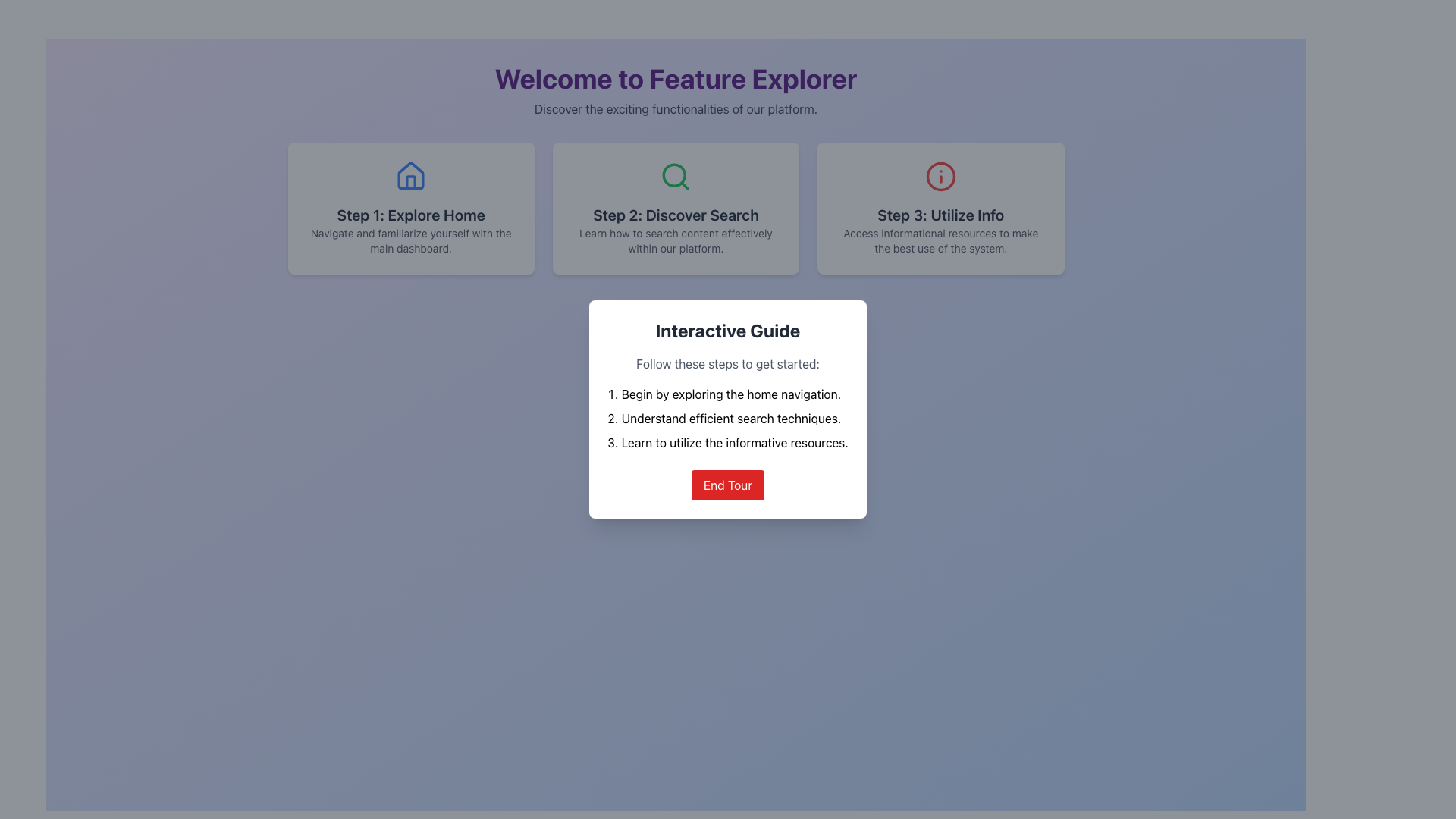  I want to click on text label that says 'Discover the exciting functionalities of our platform.' located beneath the heading 'Welcome to Feature Explorer.', so click(675, 108).